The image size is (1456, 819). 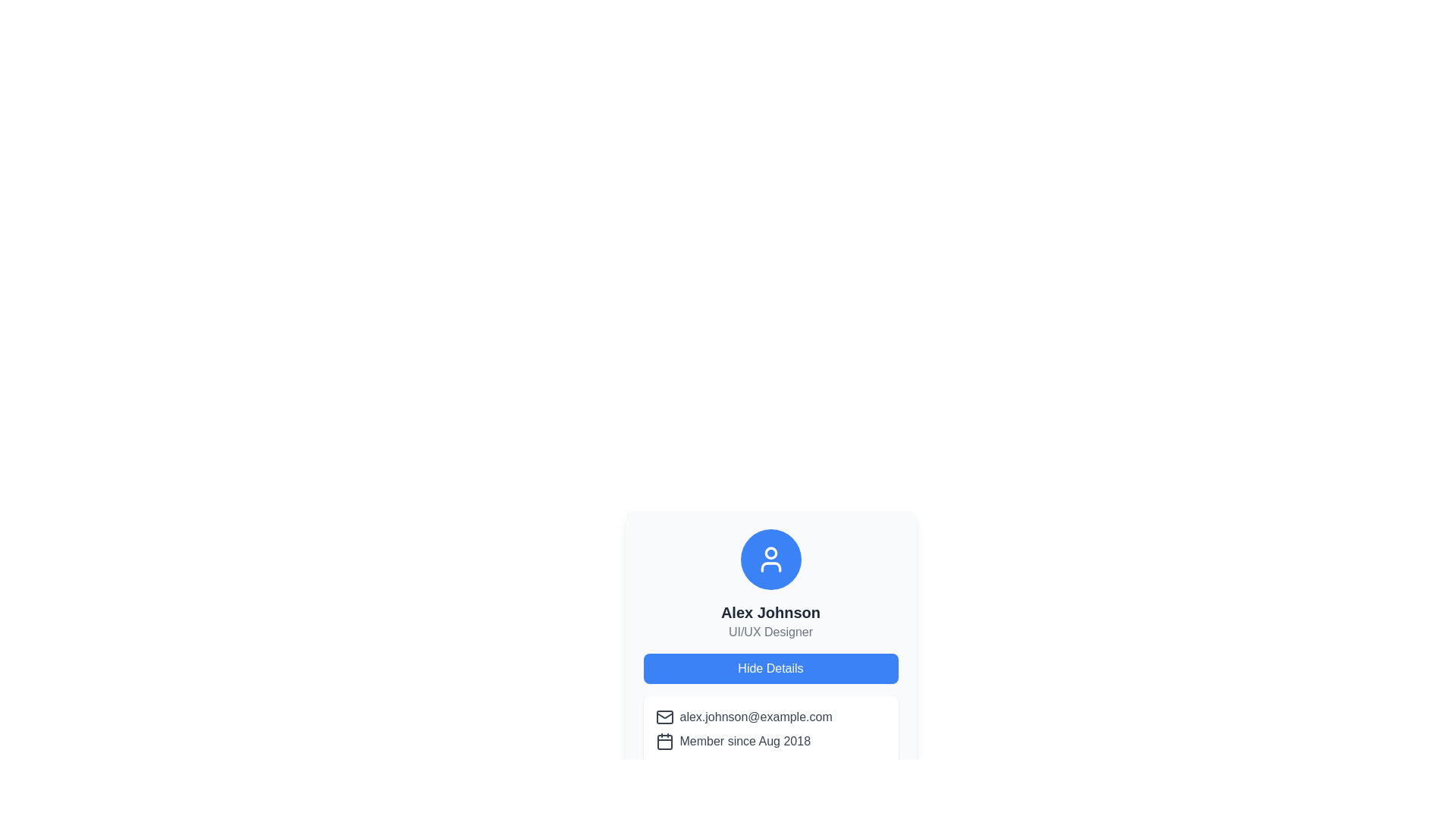 What do you see at coordinates (890, 783) in the screenshot?
I see `keyboard navigation` at bounding box center [890, 783].